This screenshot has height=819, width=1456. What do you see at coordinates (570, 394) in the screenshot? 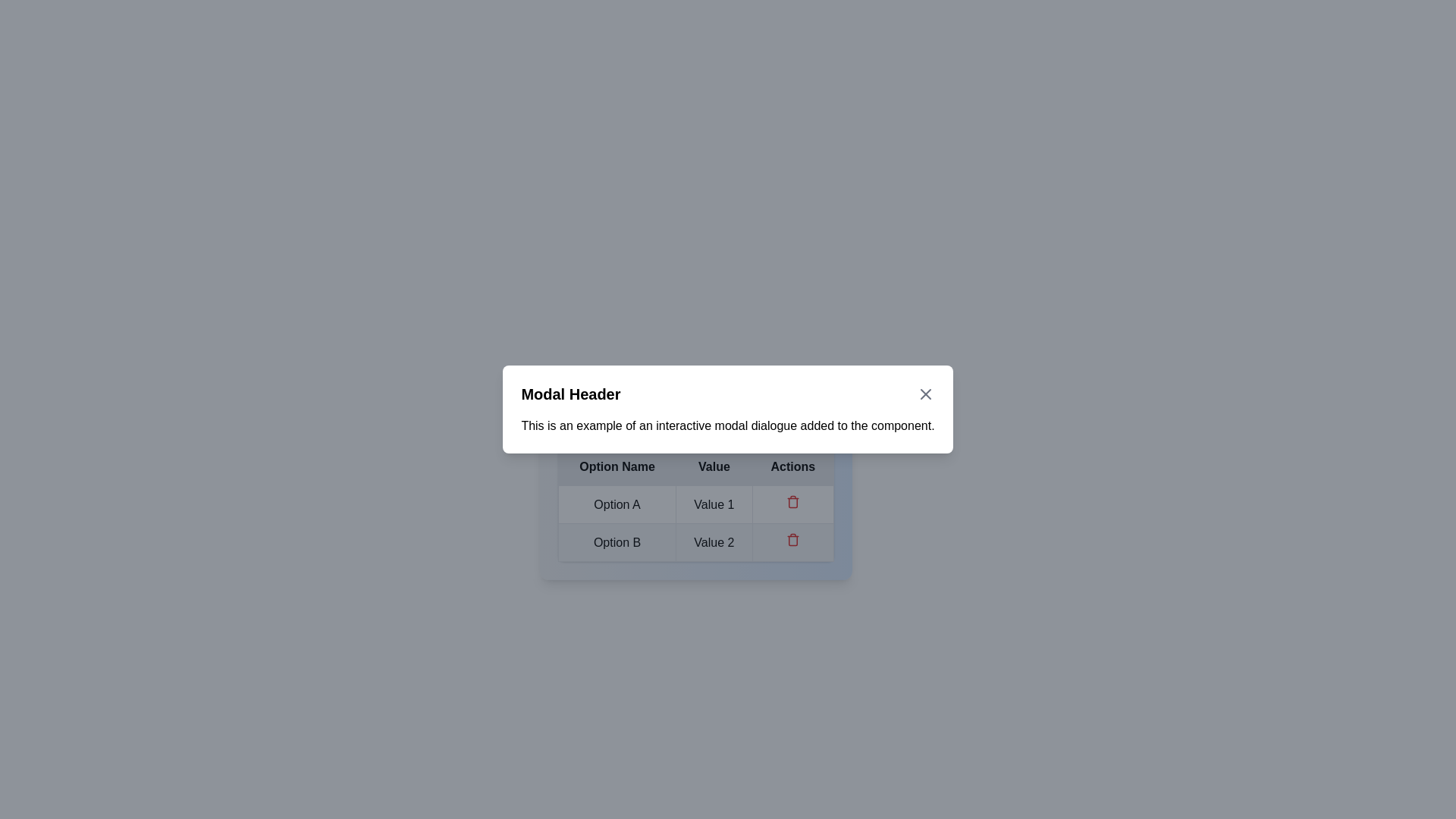
I see `text label that displays 'Modal Header', which is a bold title at the top of the modal dialog box` at bounding box center [570, 394].